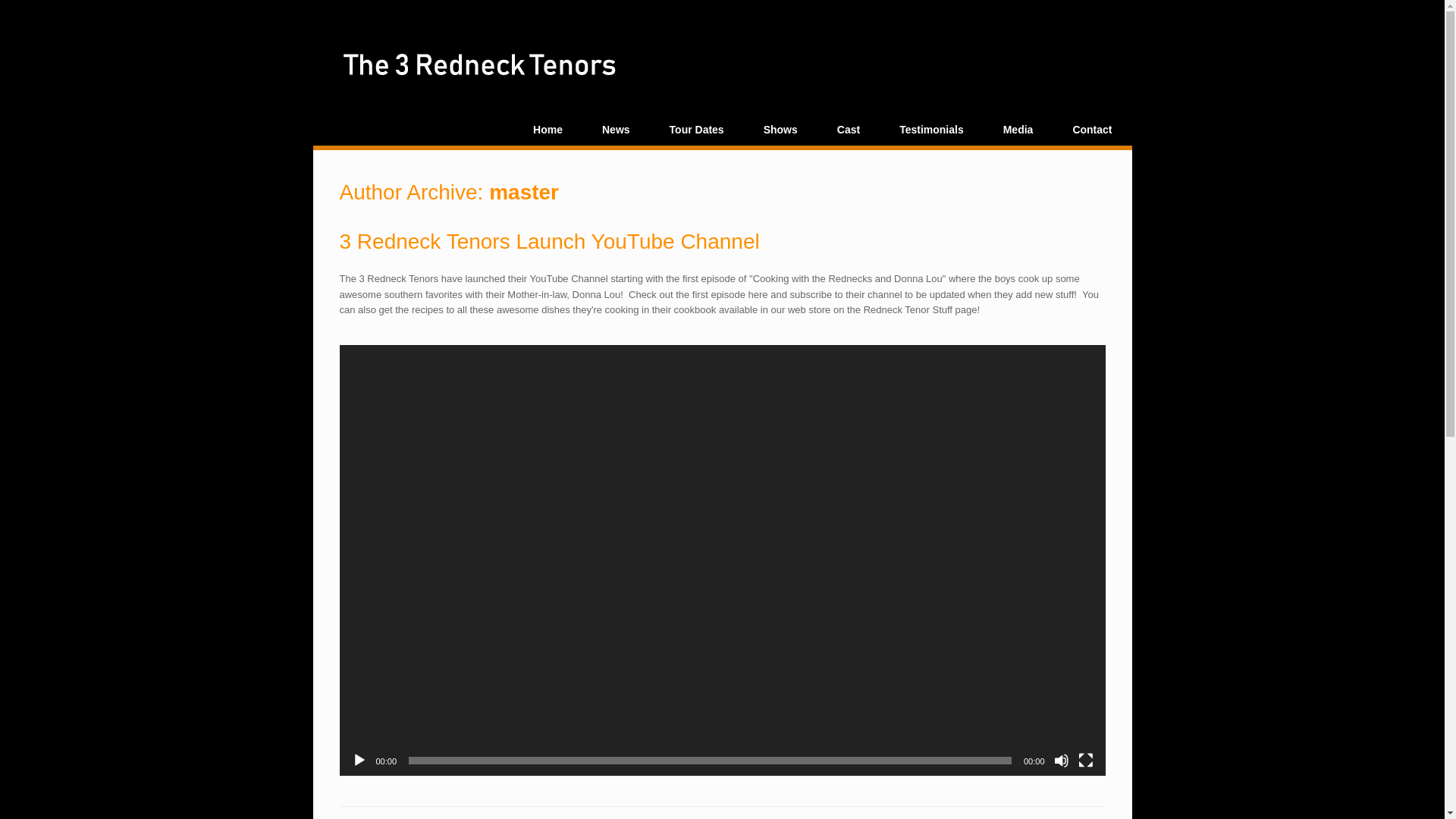 The image size is (1456, 819). I want to click on 'Contact', so click(1051, 128).